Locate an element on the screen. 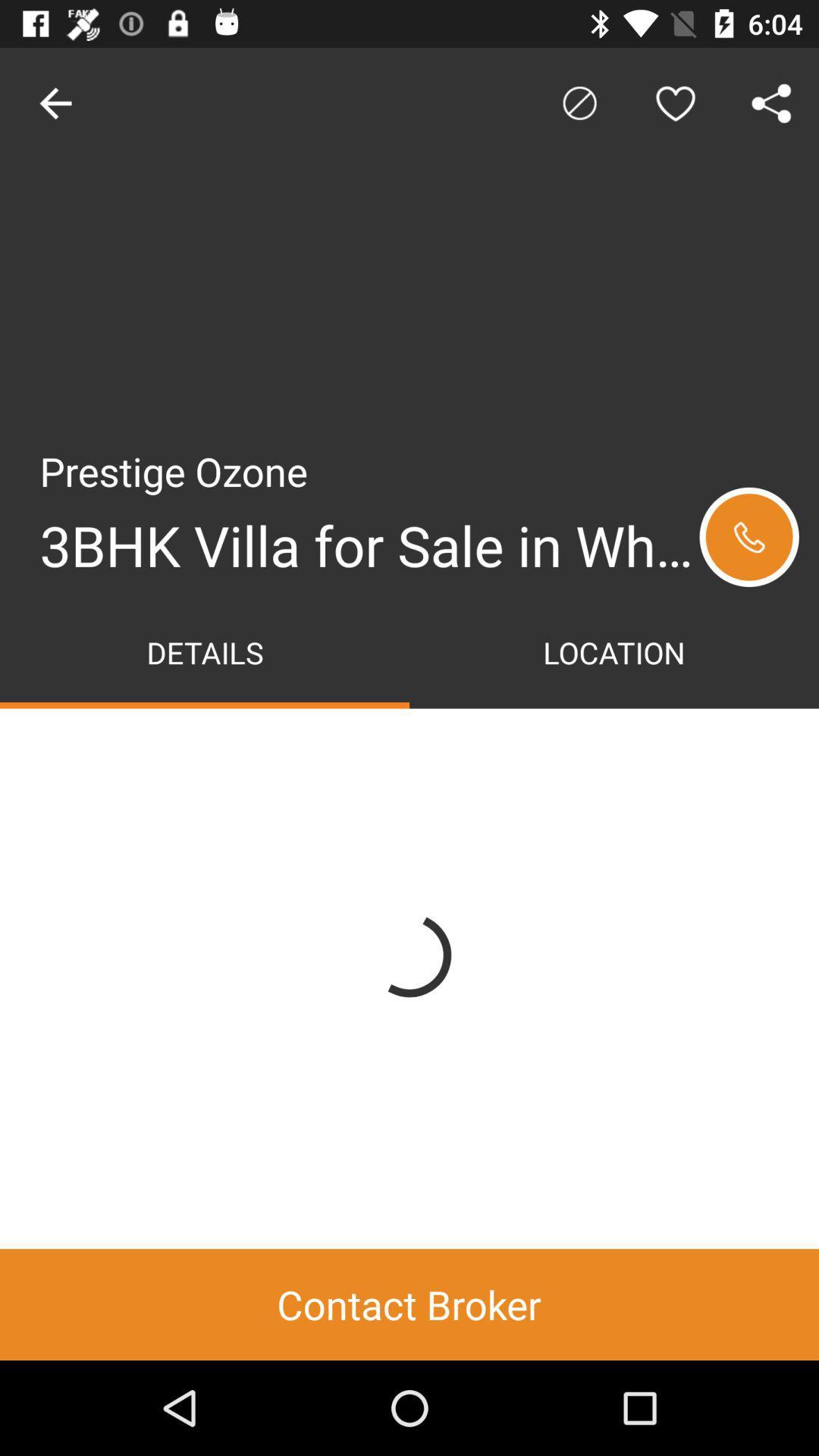 The width and height of the screenshot is (819, 1456). to go rtt is located at coordinates (748, 537).